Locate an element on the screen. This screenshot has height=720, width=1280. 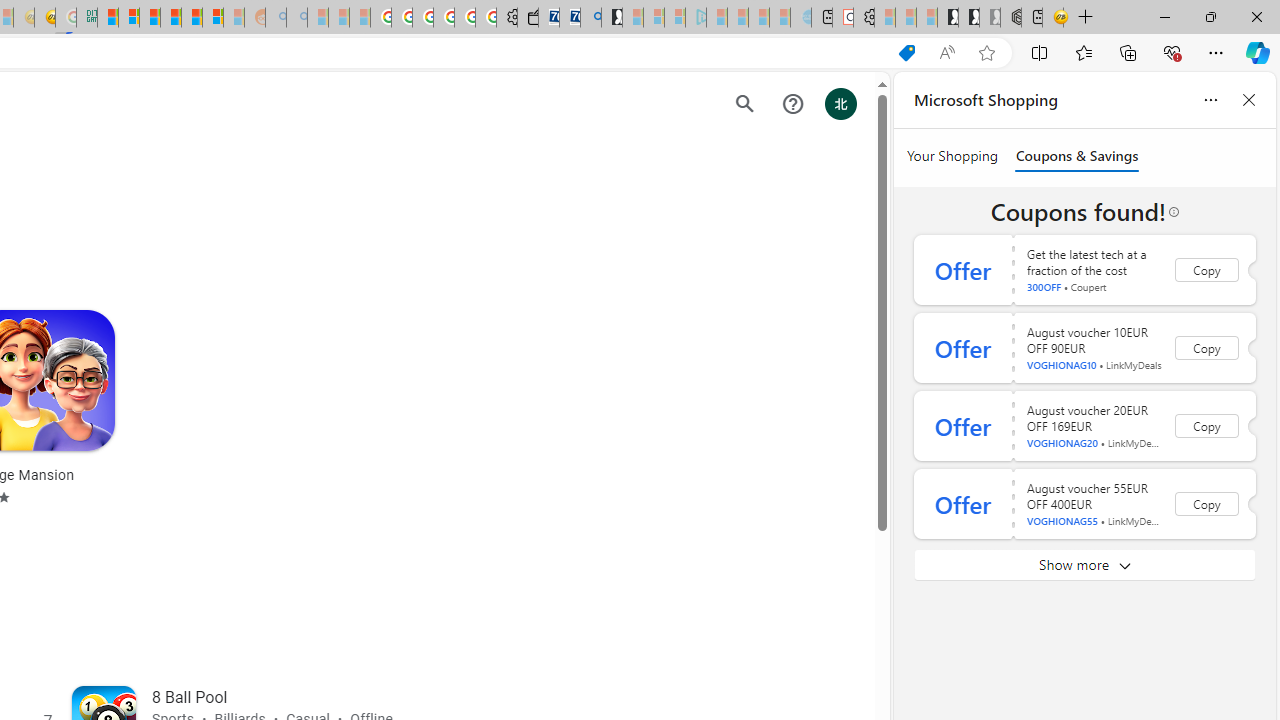
'Play Free Online Games | Games from Microsoft Start' is located at coordinates (946, 17).